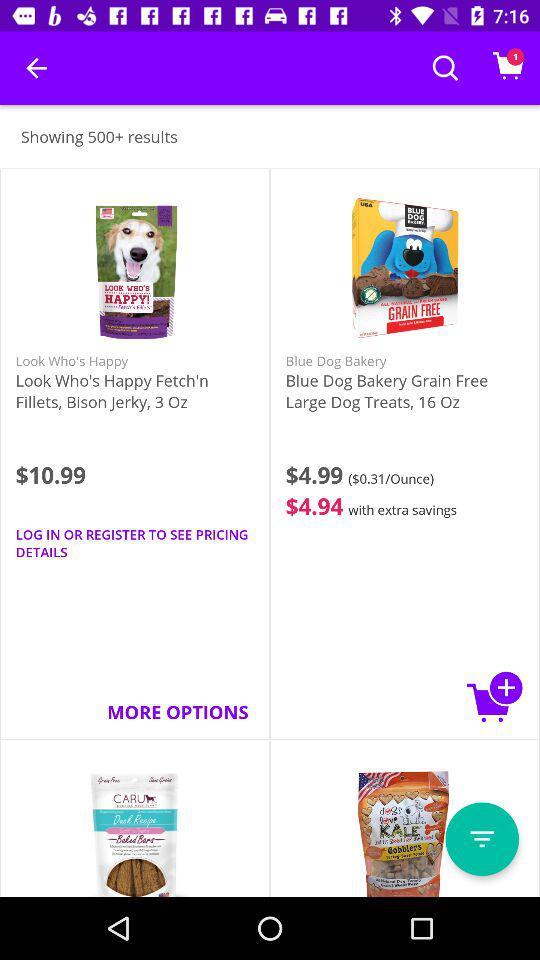 This screenshot has width=540, height=960. Describe the element at coordinates (135, 543) in the screenshot. I see `log in or item` at that location.